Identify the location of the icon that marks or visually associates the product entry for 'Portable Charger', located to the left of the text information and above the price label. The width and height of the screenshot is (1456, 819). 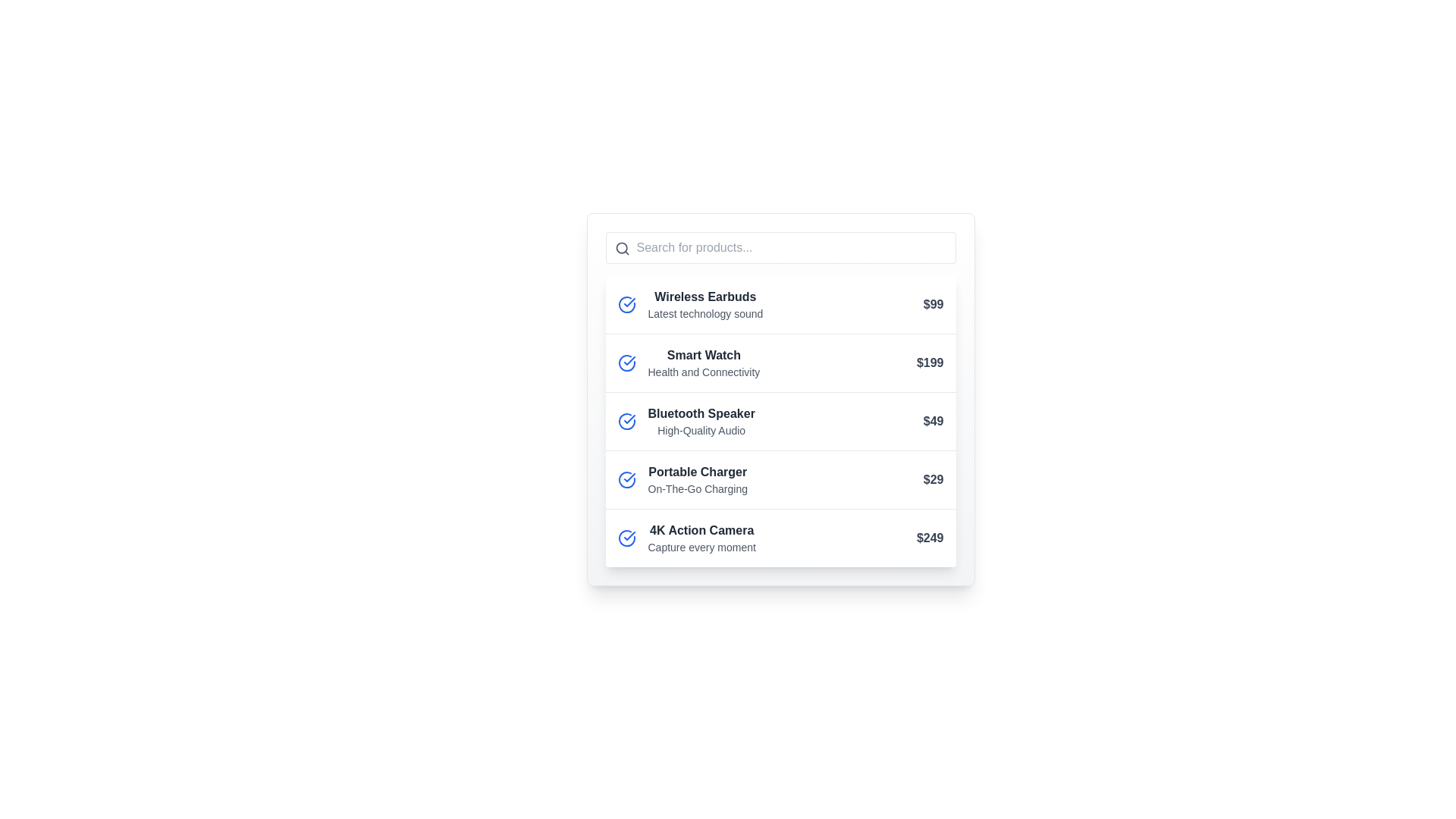
(626, 479).